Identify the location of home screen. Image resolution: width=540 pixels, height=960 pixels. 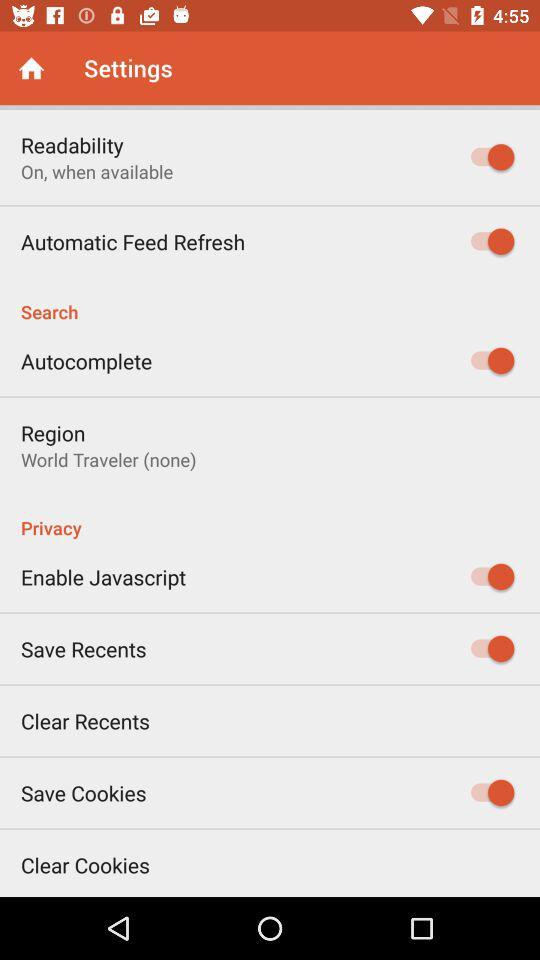
(30, 68).